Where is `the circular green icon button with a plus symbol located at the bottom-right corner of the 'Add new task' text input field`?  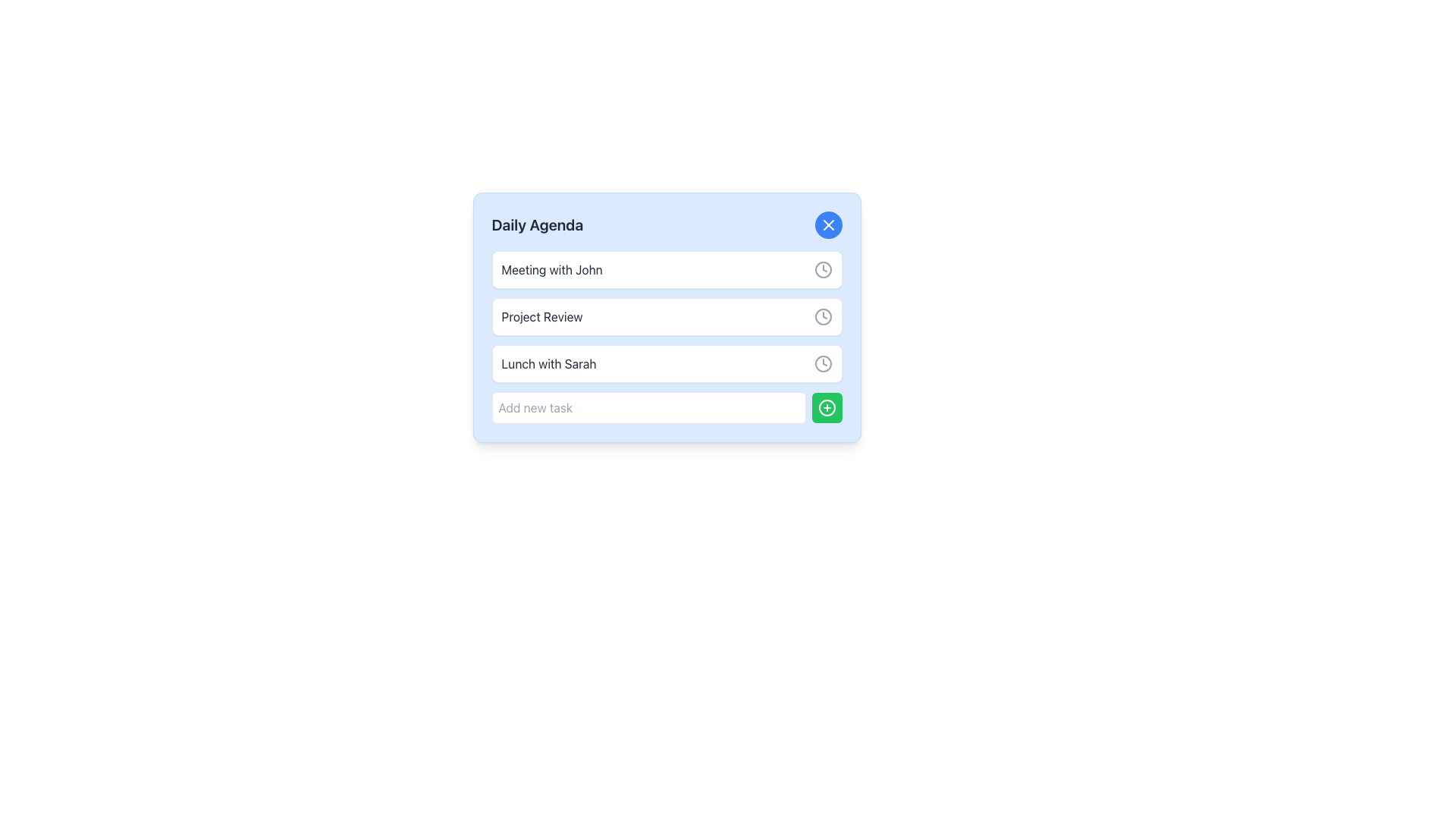
the circular green icon button with a plus symbol located at the bottom-right corner of the 'Add new task' text input field is located at coordinates (826, 406).